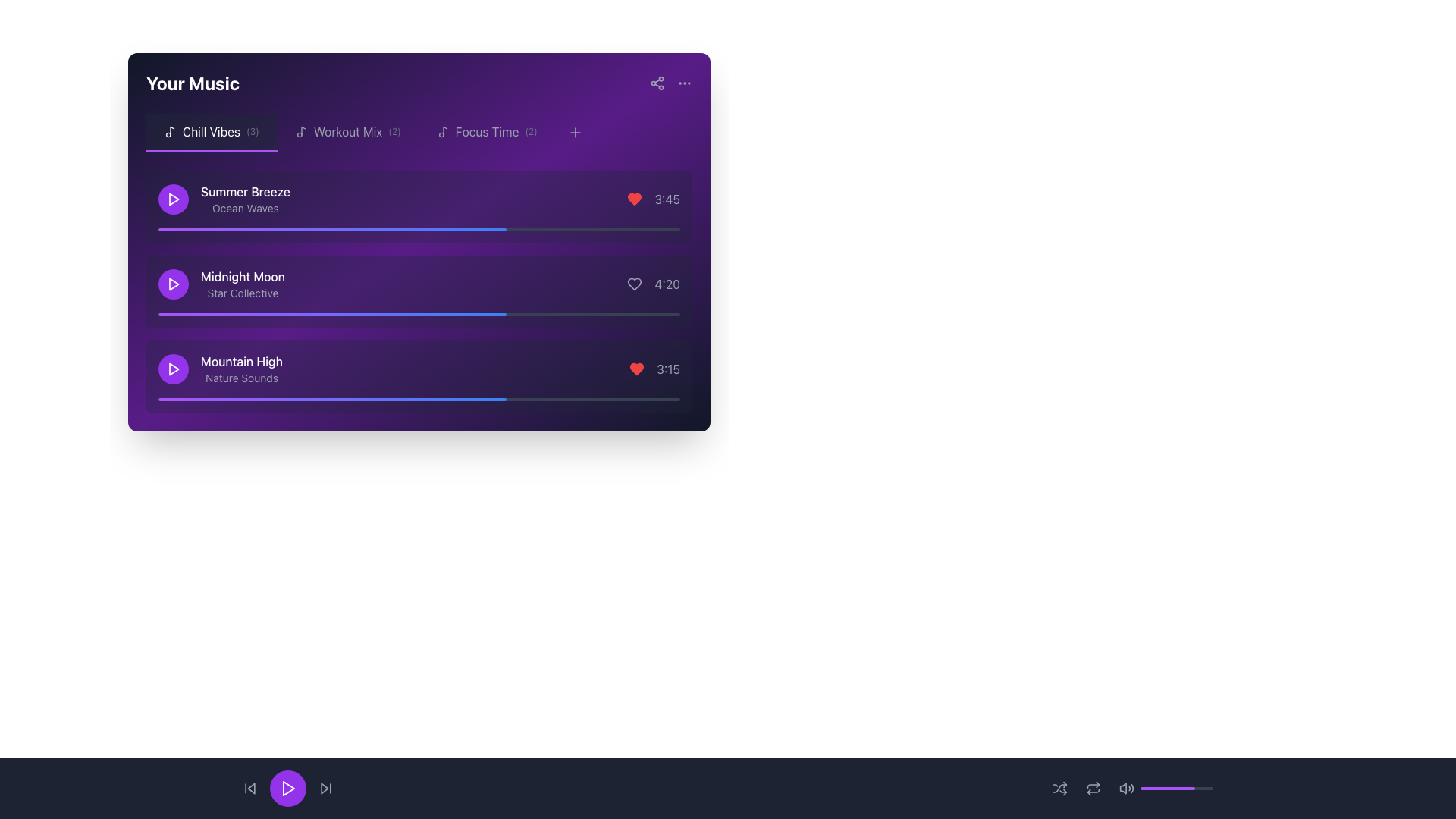 The height and width of the screenshot is (819, 1456). I want to click on the second play button, which is a triangular play icon with a white outline on a purple circular background, located in the 'Your Music' interface below the 'Chill Vibes' tab next to the 'Midnight Moon' track to play the track, so click(174, 284).